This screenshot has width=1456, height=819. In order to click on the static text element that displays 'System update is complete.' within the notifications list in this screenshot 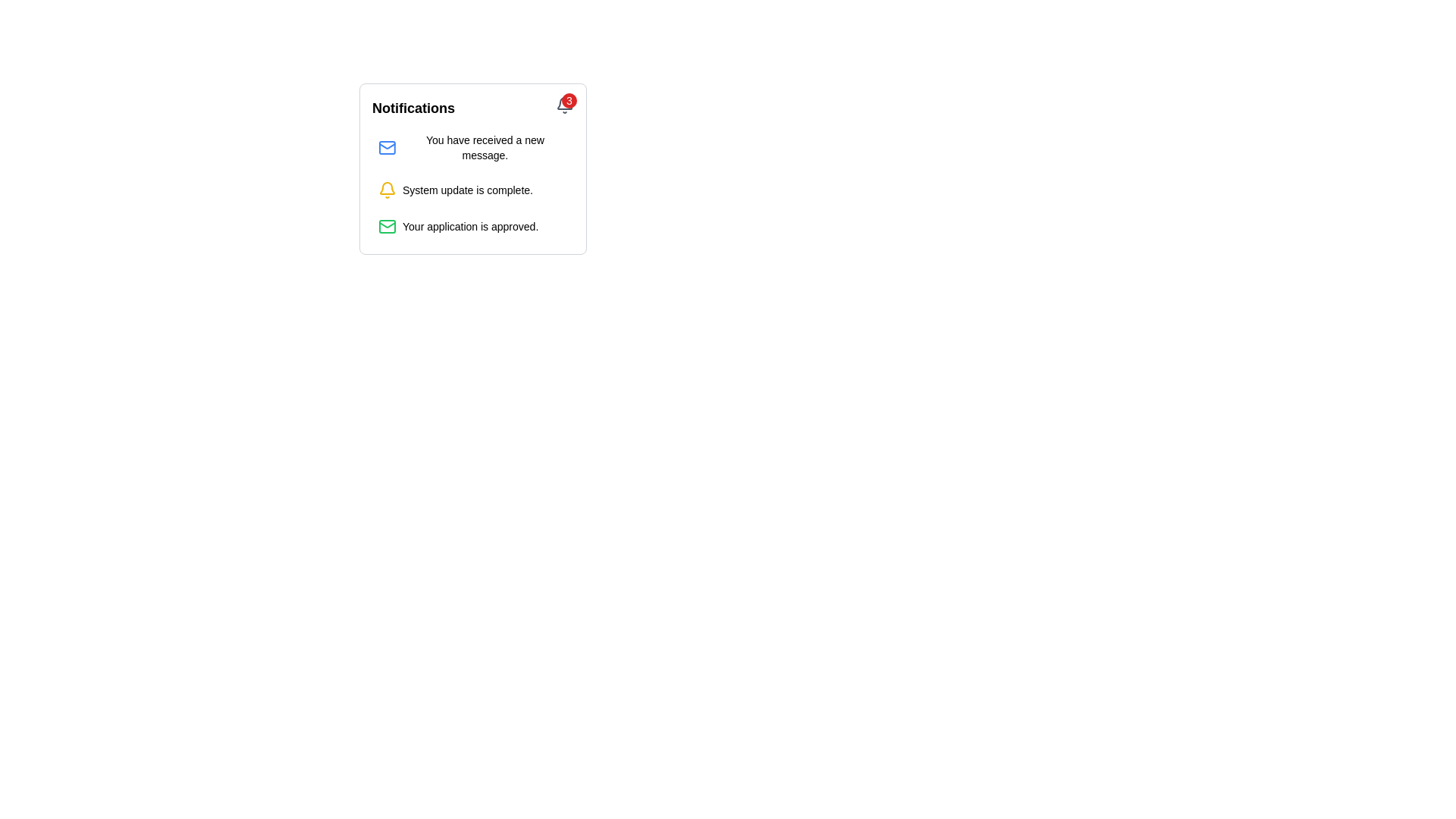, I will do `click(466, 189)`.